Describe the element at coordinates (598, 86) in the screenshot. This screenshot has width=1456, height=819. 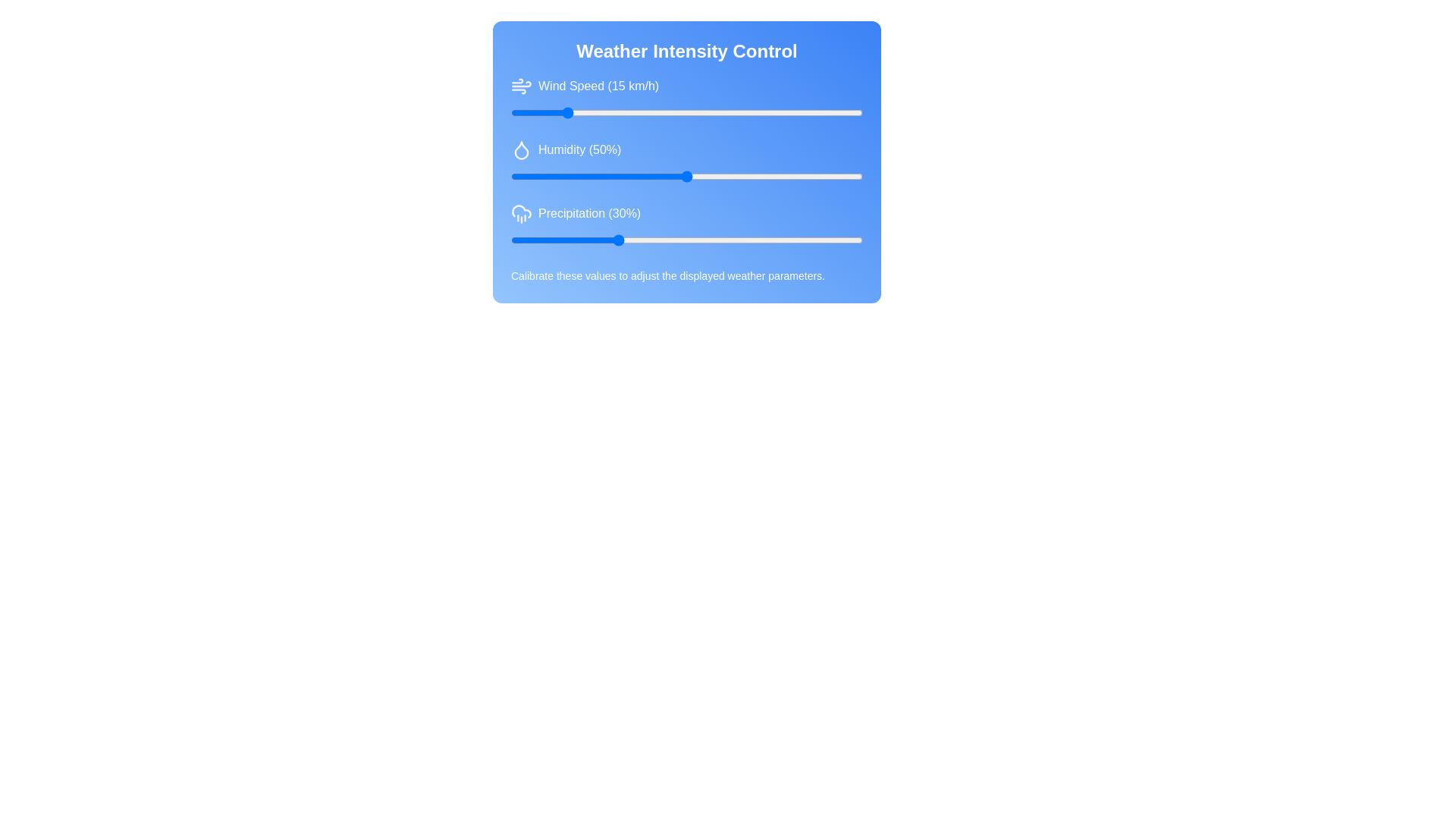
I see `the text label displaying 'Wind Speed (15 km/h)' in the weather control panel, which is positioned at the top and styled with a light color on a blue background` at that location.